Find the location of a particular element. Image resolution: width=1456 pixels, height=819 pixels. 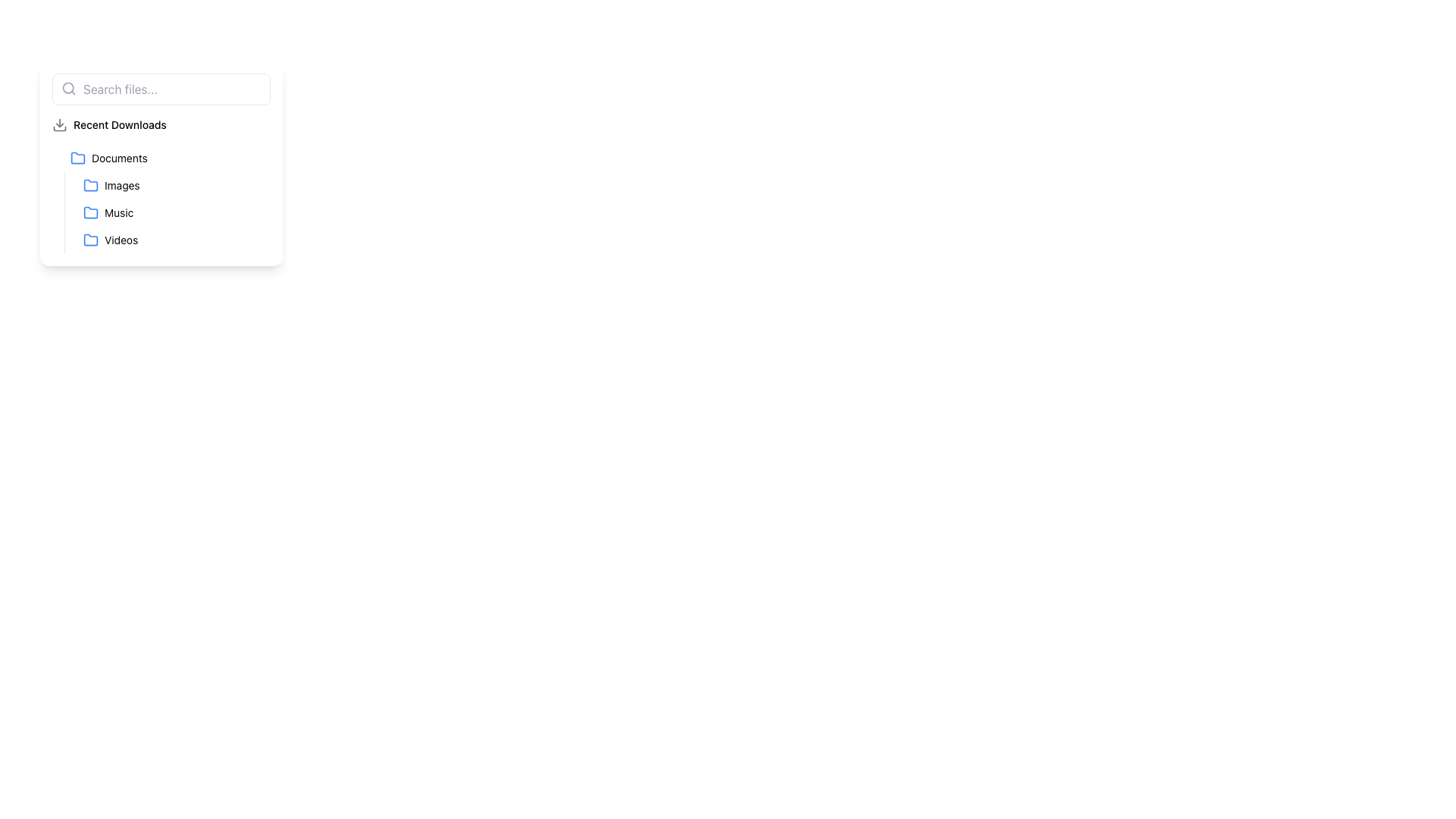

the inner circular component of the magnifying glass icon, which is part of the 'Search files' input field, to trigger a visual response is located at coordinates (67, 88).